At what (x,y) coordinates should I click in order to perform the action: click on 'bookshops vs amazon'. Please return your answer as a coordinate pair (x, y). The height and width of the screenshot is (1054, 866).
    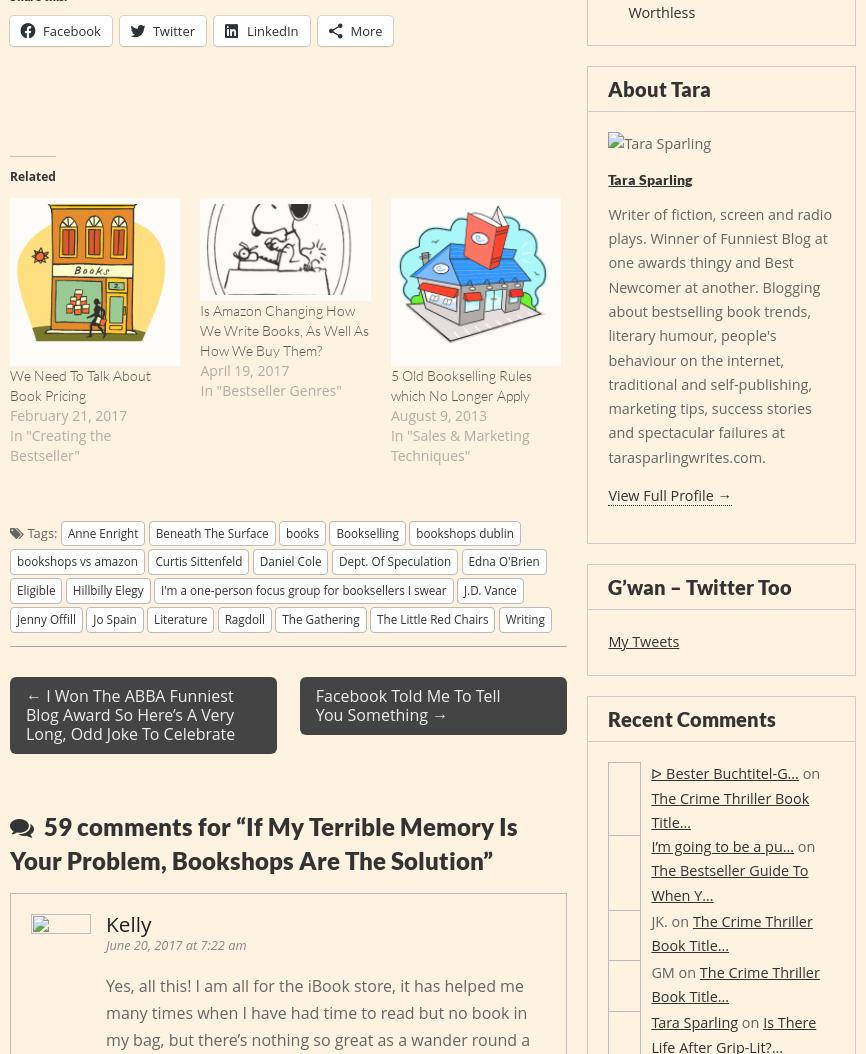
    Looking at the image, I should click on (77, 561).